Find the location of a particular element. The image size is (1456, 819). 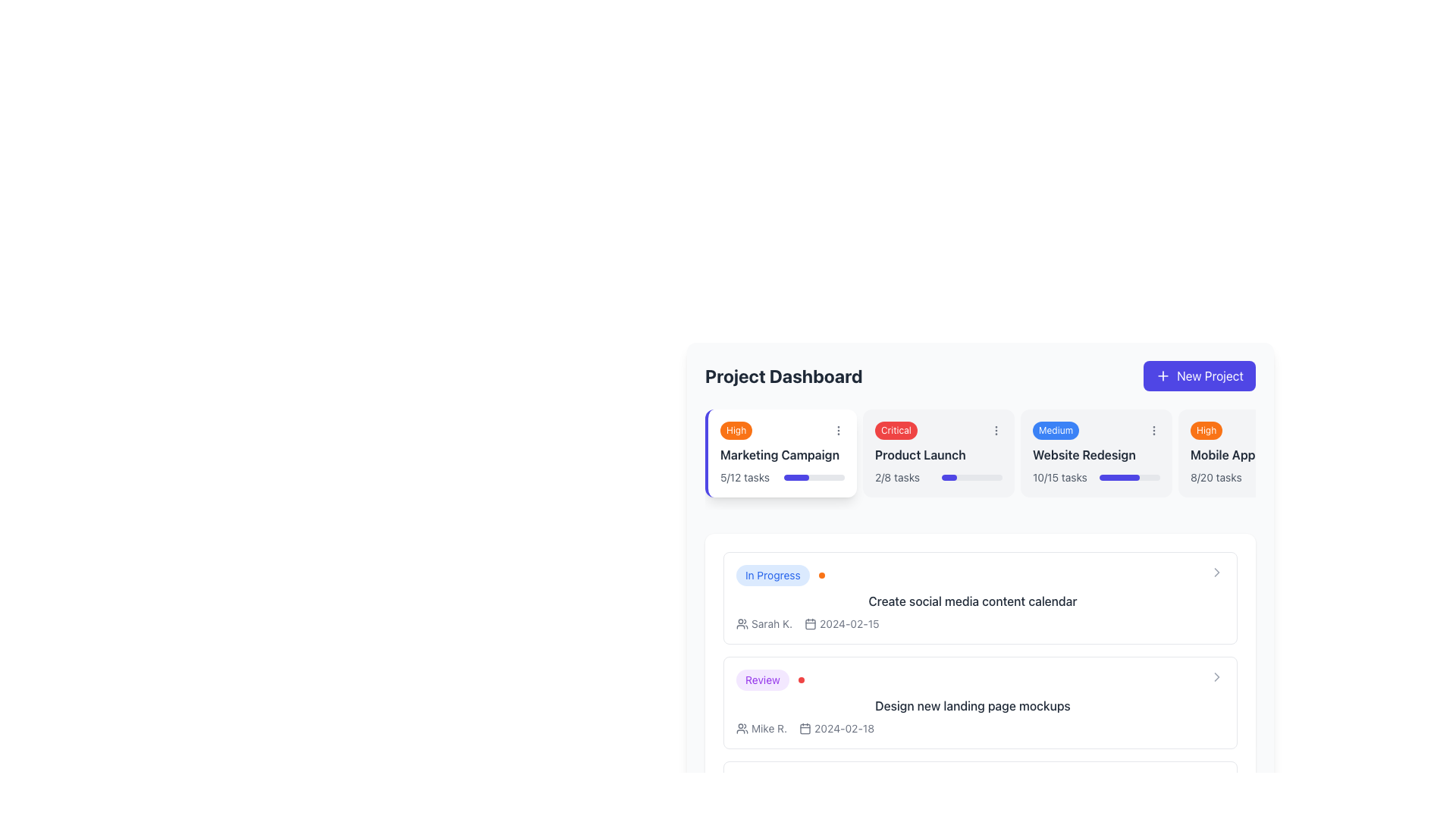

the state of the Progress bar segment indicating the completion level for the 'Website Redesign' task, which is visually represented within a wider horizontal bar on the 'Project Dashboard' is located at coordinates (1119, 476).